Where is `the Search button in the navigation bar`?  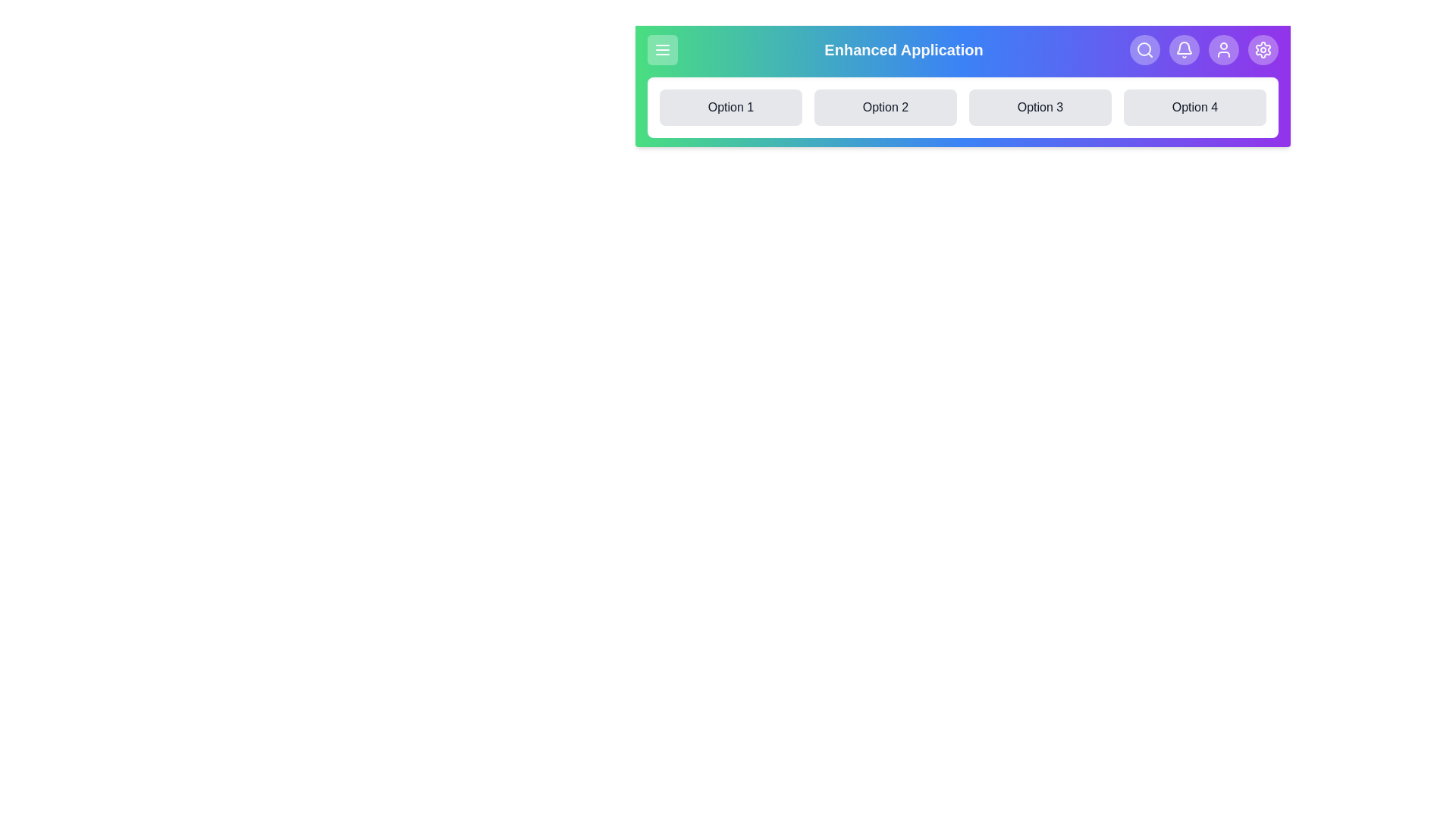 the Search button in the navigation bar is located at coordinates (1145, 49).